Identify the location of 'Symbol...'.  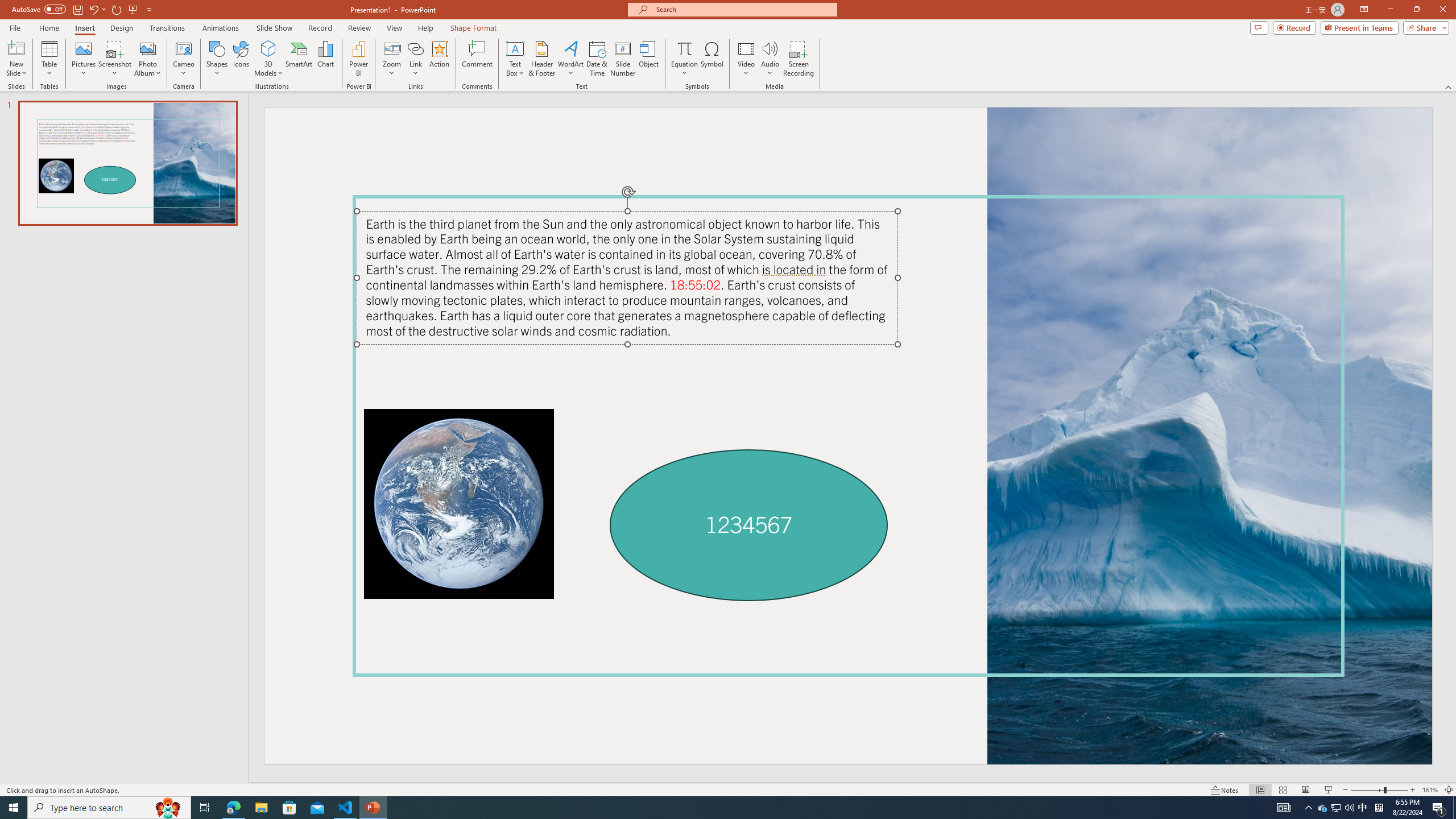
(712, 59).